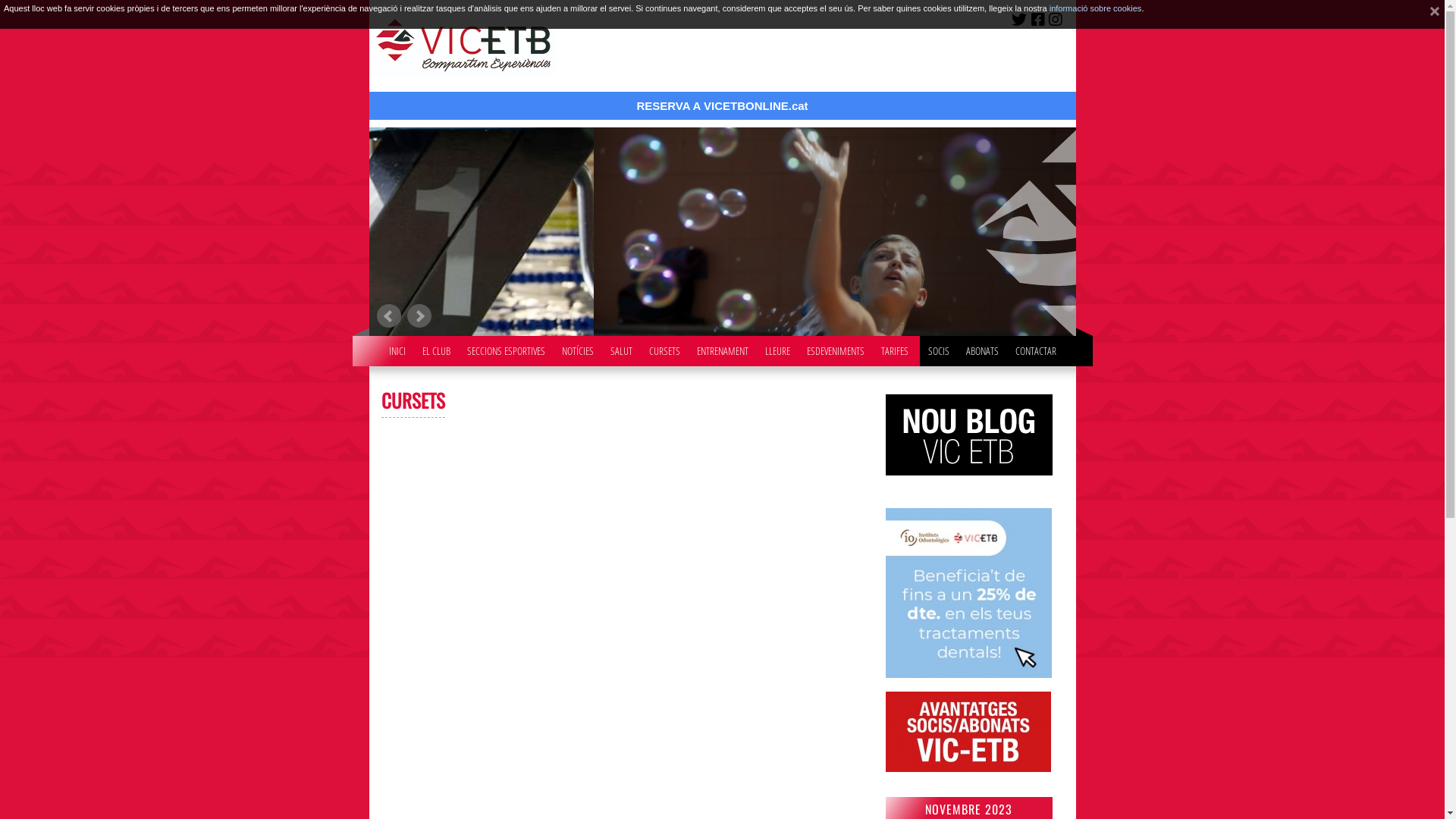  Describe the element at coordinates (506, 347) in the screenshot. I see `'SECCIONS ESPORTIVES'` at that location.